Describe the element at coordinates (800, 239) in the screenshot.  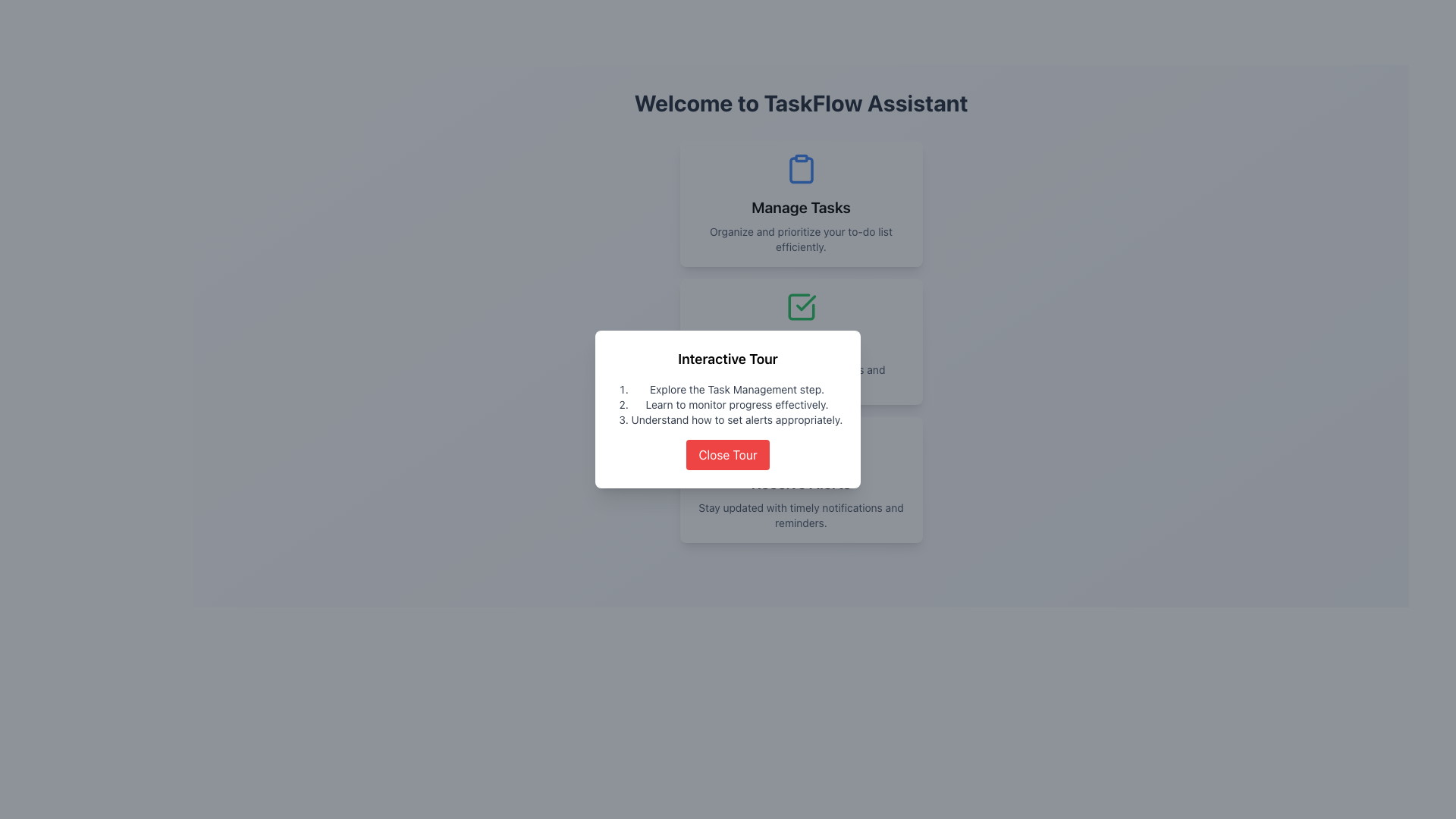
I see `text label that describes the feature: 'Organize and prioritize your to-do list efficiently.'` at that location.